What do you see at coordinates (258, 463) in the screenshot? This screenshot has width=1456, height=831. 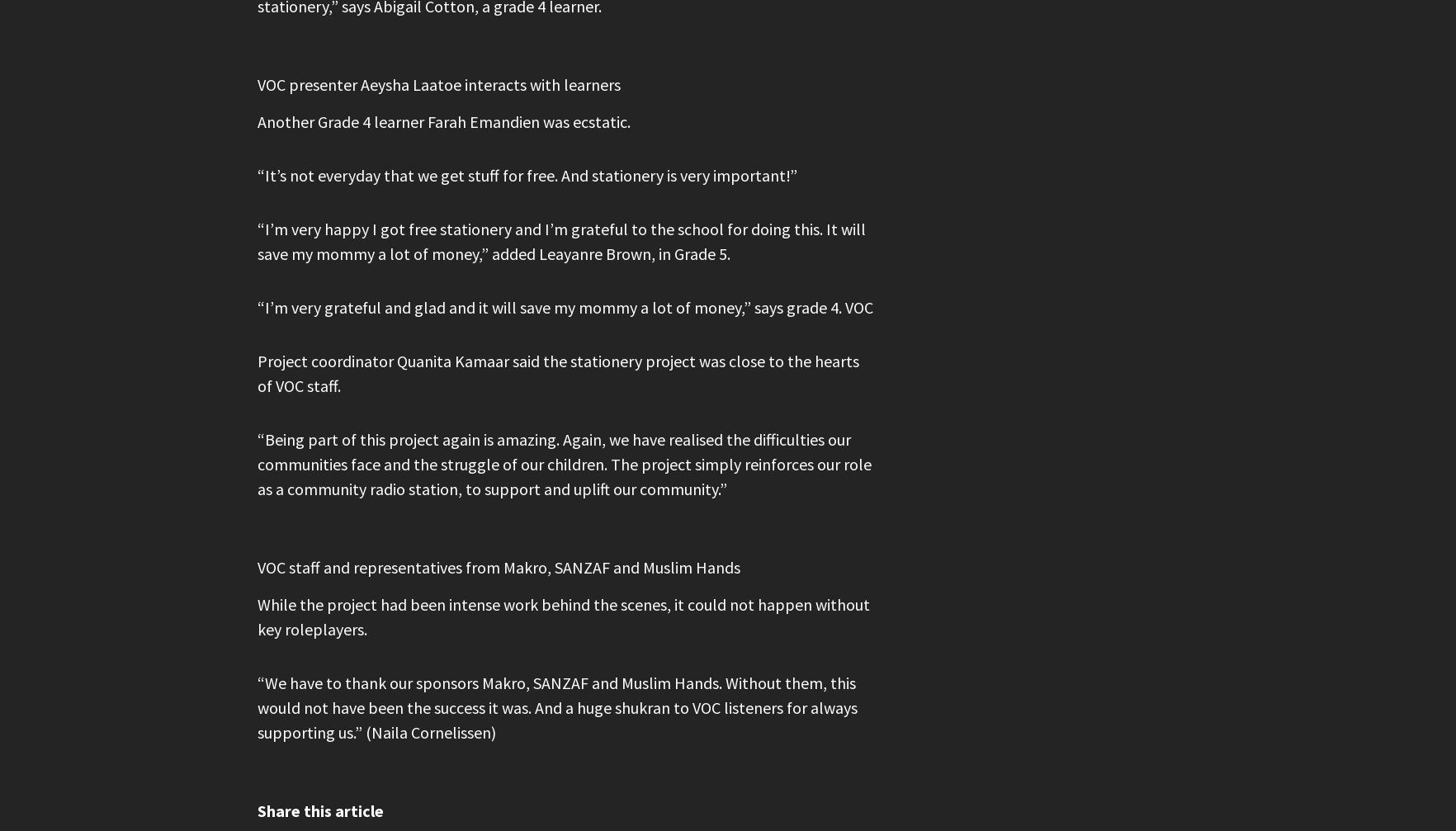 I see `'“Being part of this project again is amazing. Again, we have realised the difficulties our communities face and the struggle of our children. The project simply reinforces our role as a community radio station, to support and uplift our community.”'` at bounding box center [258, 463].